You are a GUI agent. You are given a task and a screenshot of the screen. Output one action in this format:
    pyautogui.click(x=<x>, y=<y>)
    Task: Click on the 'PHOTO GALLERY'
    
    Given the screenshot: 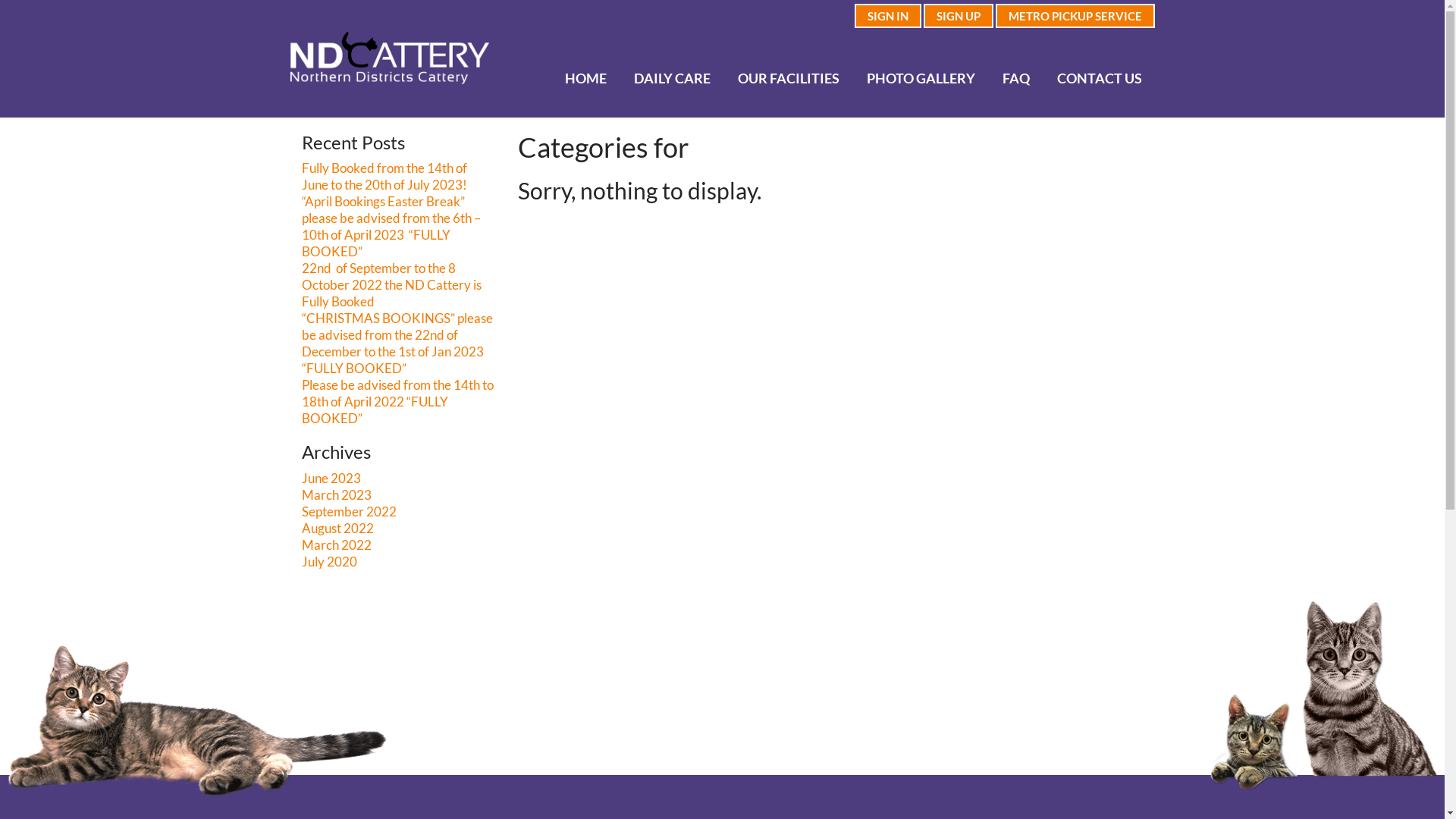 What is the action you would take?
    pyautogui.click(x=920, y=77)
    